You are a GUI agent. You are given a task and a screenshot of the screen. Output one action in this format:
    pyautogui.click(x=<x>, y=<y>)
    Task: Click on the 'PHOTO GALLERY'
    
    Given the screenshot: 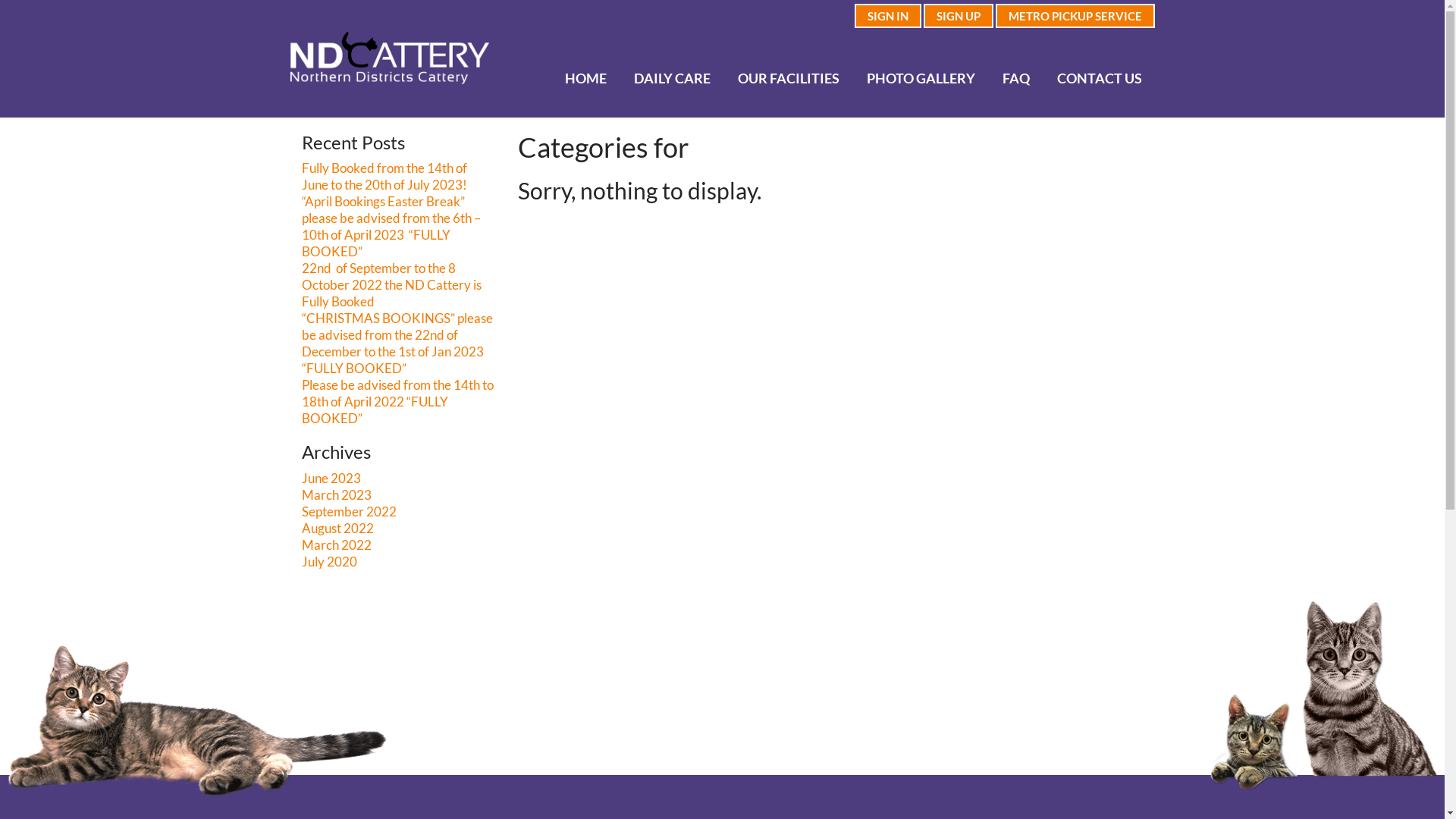 What is the action you would take?
    pyautogui.click(x=920, y=77)
    